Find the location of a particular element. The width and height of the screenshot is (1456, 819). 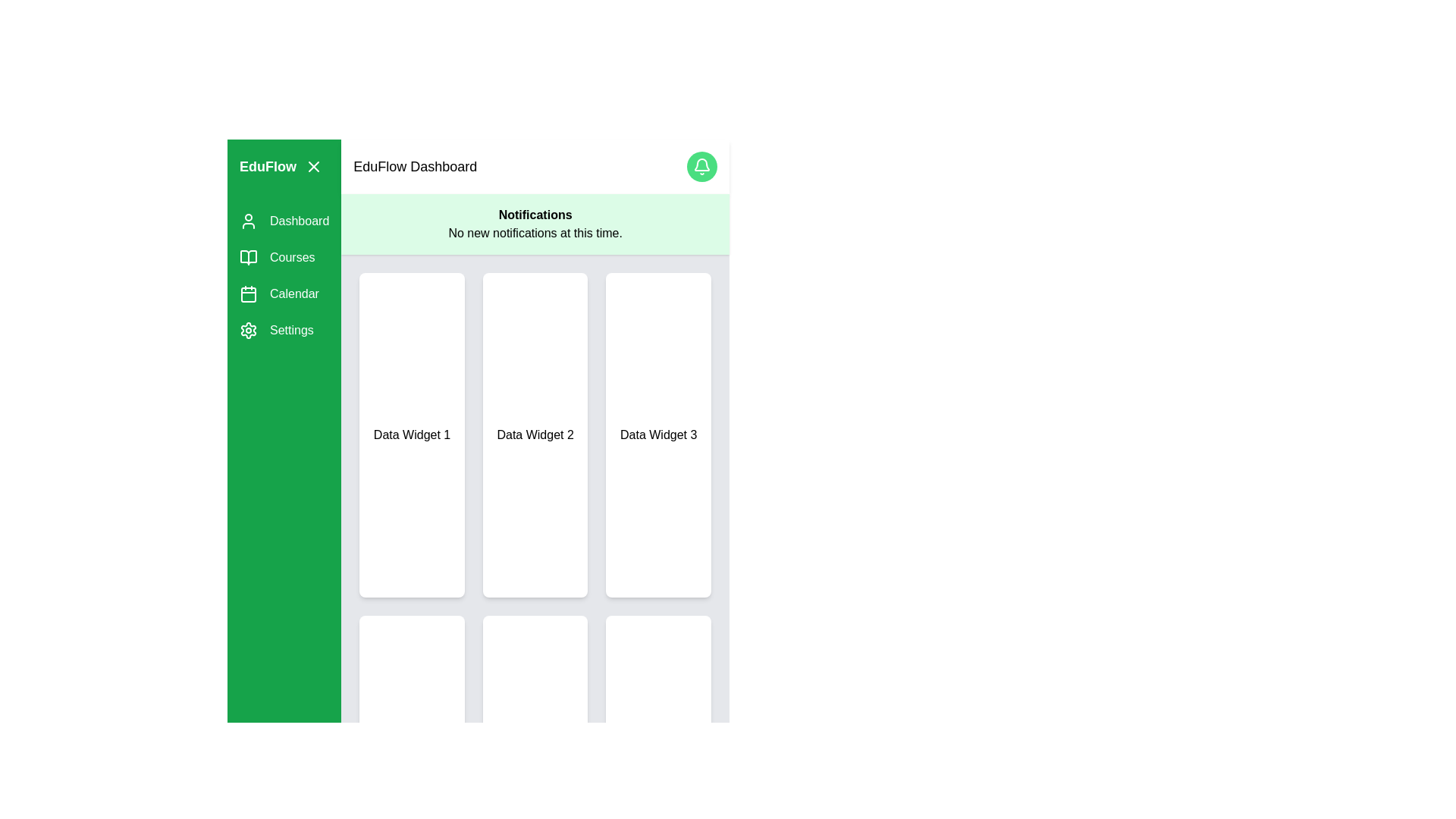

the Text label that serves as the header for the notification panel, located at the top of the panel is located at coordinates (535, 215).